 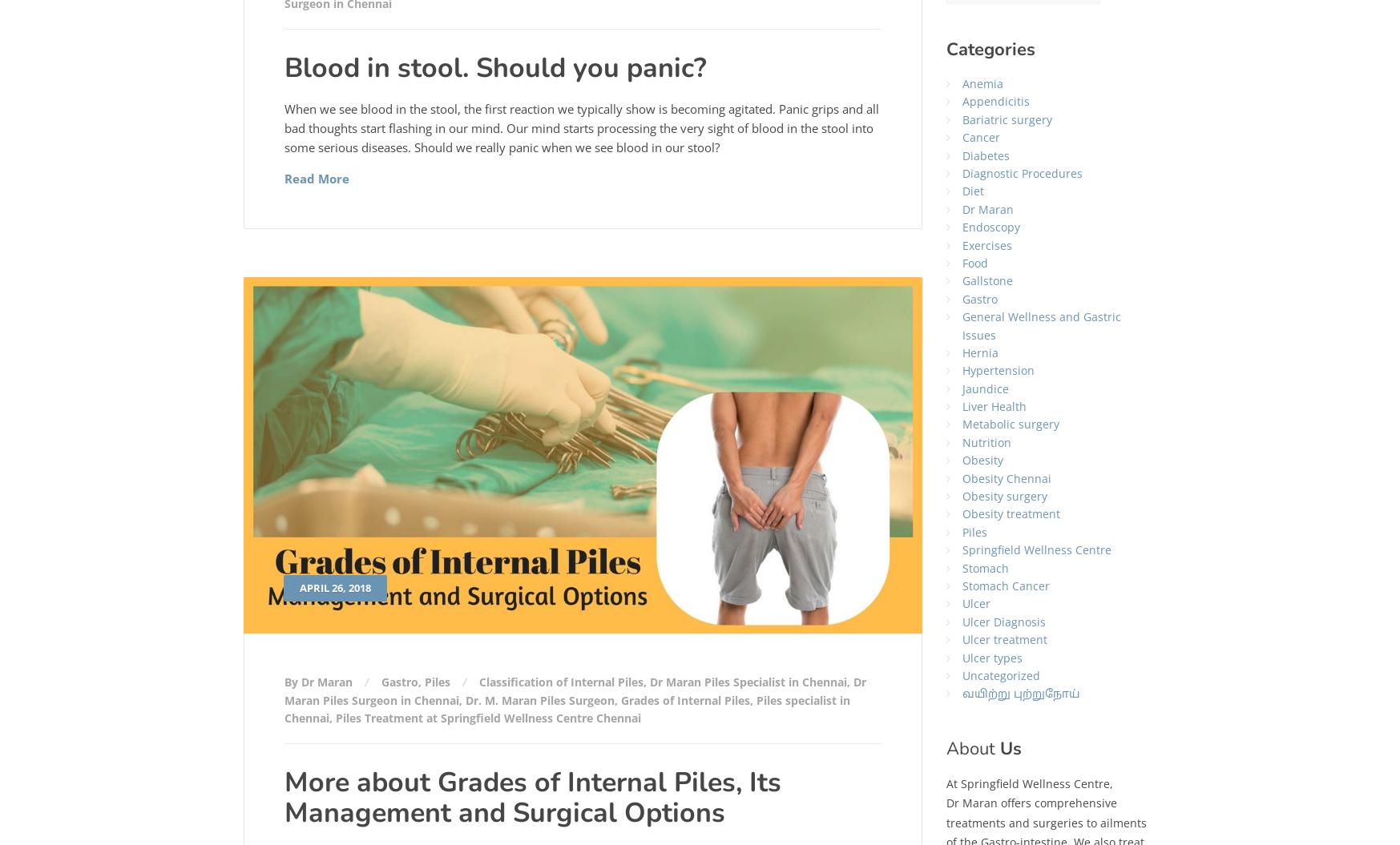 What do you see at coordinates (973, 746) in the screenshot?
I see `'About'` at bounding box center [973, 746].